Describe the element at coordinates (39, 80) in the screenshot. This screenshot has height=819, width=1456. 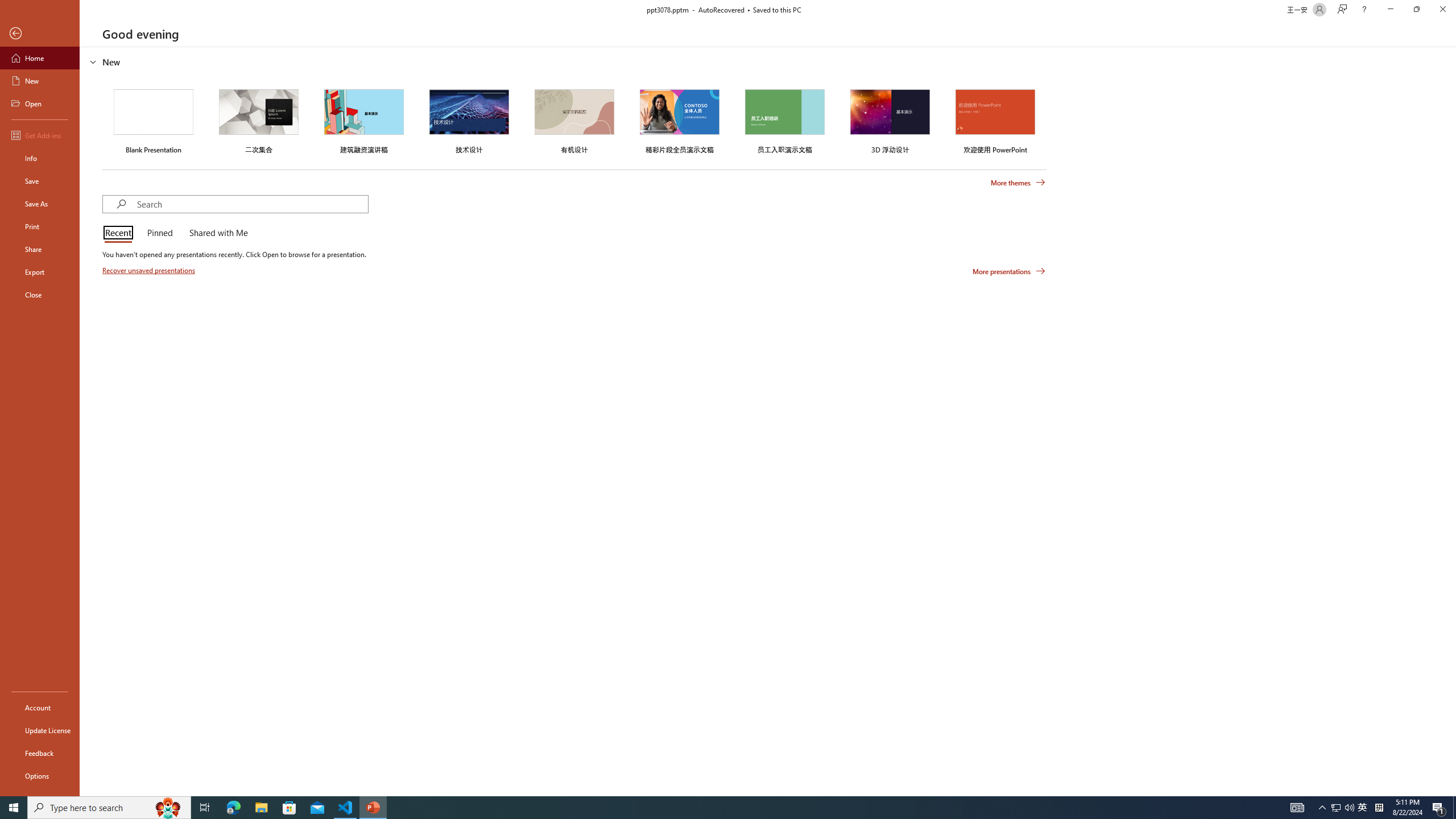
I see `'New'` at that location.